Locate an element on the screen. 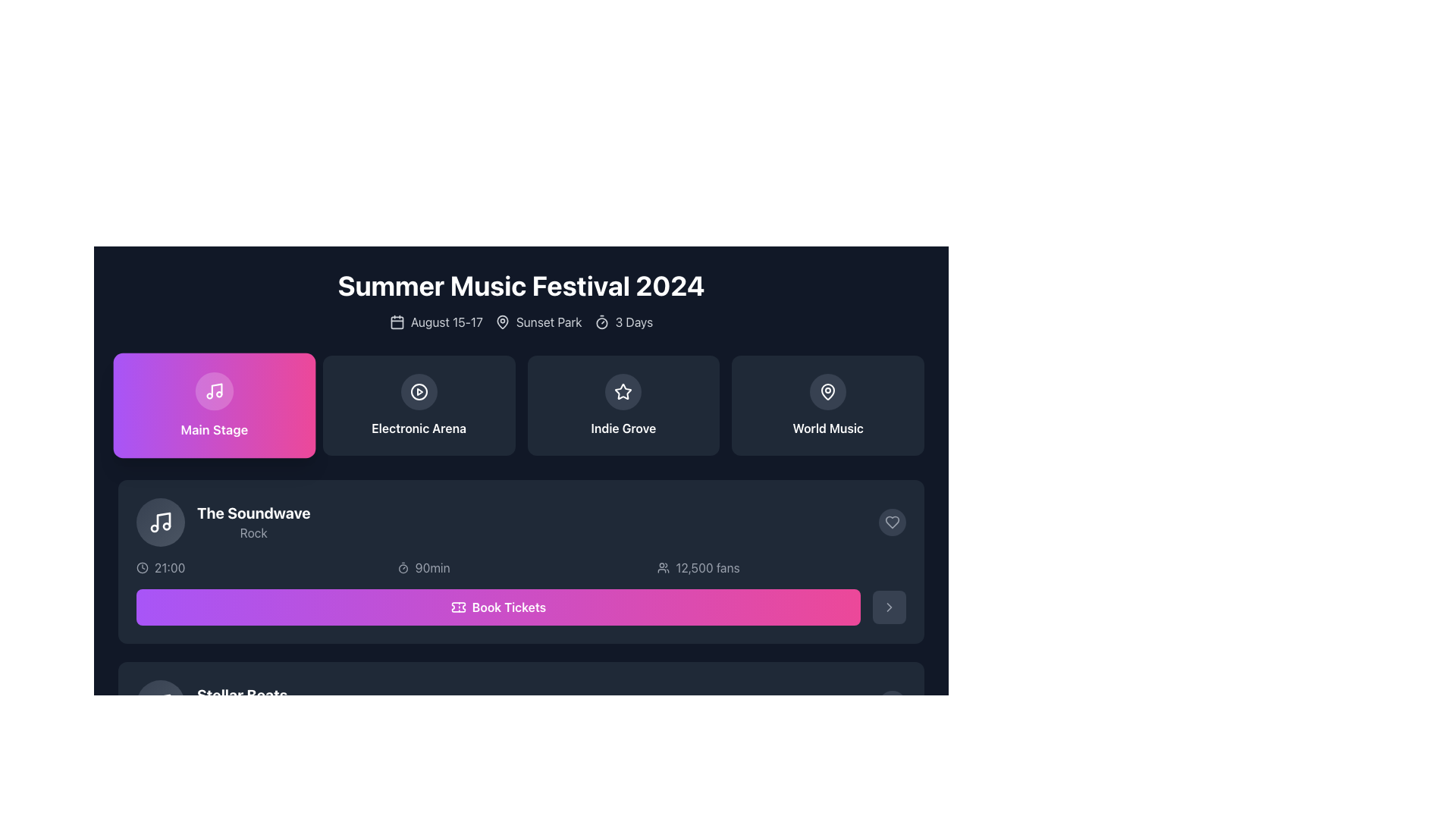 This screenshot has width=1456, height=819. the music note-style icon that is part of a circular button, positioned to the left of the title 'The Soundwave - Rock' is located at coordinates (160, 522).